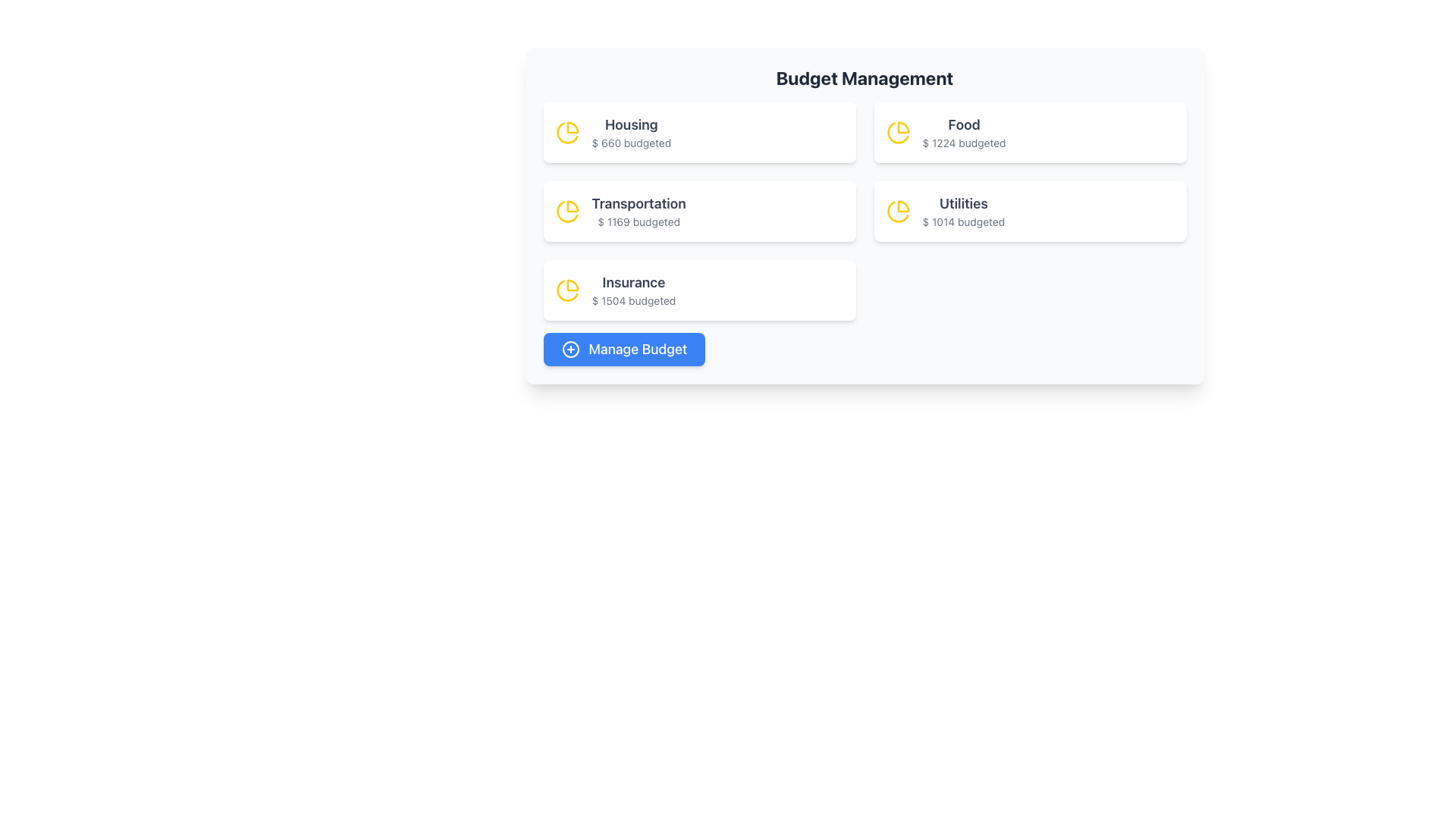 The height and width of the screenshot is (819, 1456). I want to click on the Static text label that identifies the 'Transportation' category in the budget management context, located in the leftmost position of the second row of a grid layout, so click(639, 203).